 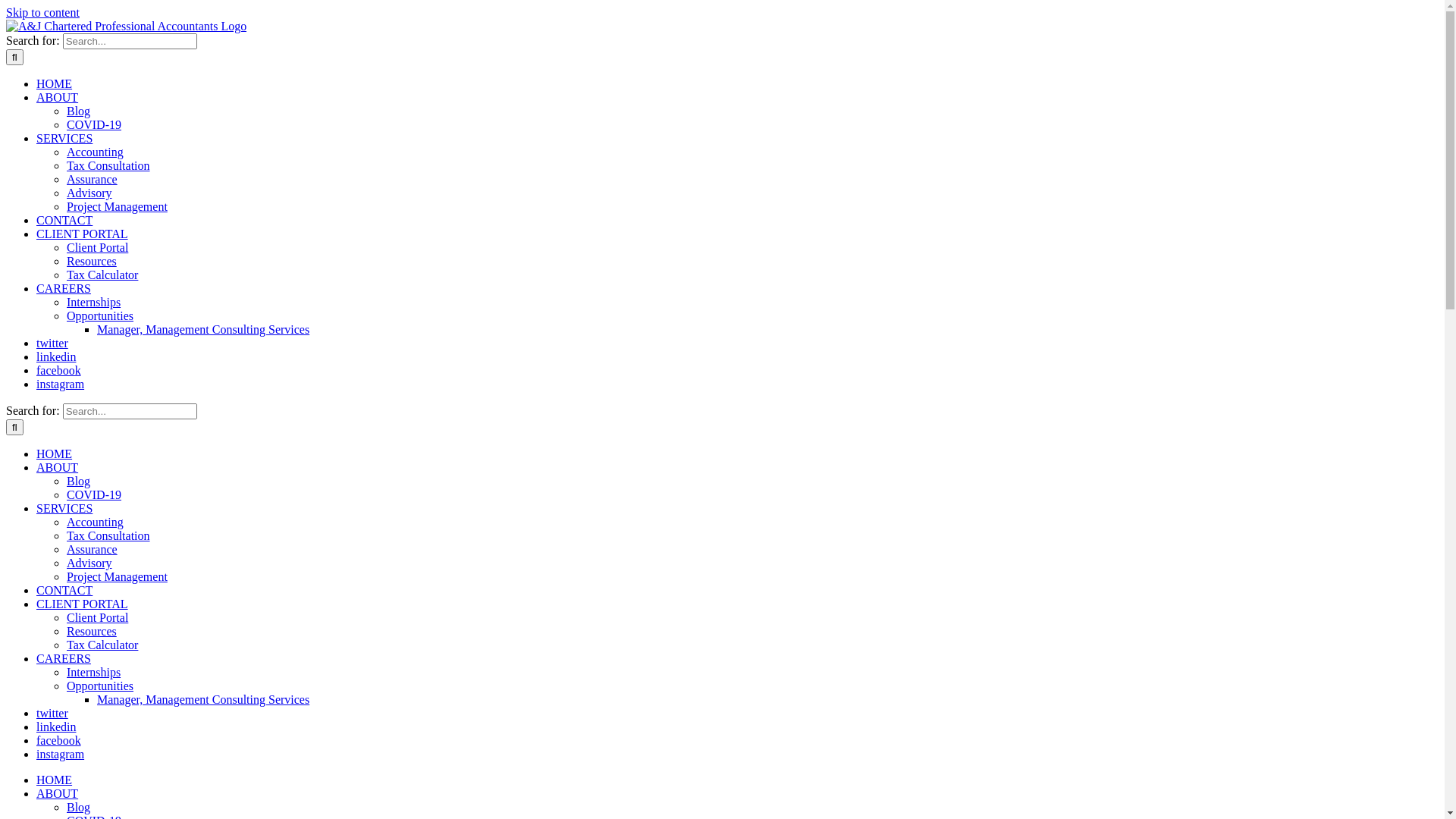 What do you see at coordinates (93, 124) in the screenshot?
I see `'COVID-19'` at bounding box center [93, 124].